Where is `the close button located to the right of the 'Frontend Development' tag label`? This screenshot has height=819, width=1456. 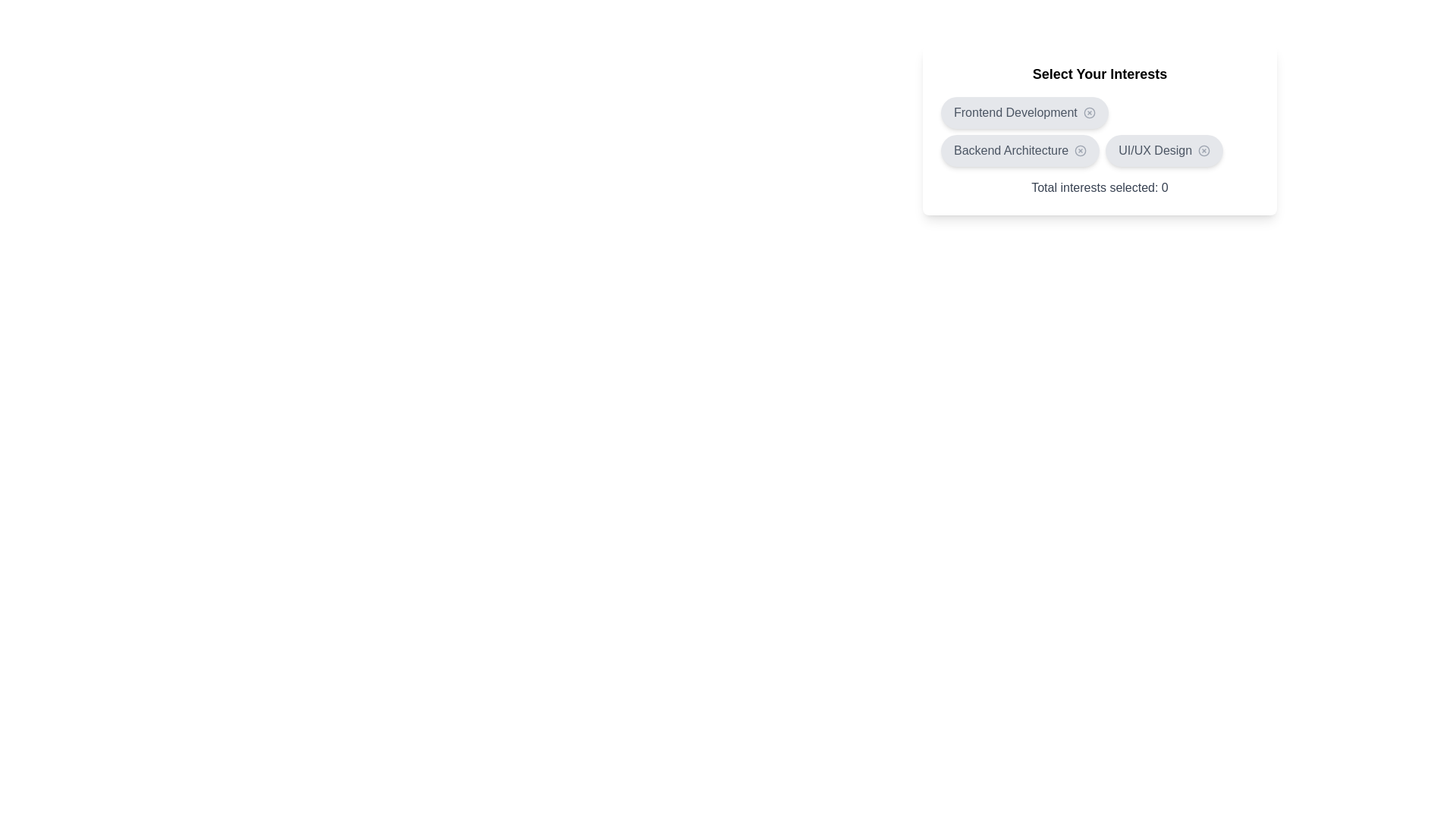 the close button located to the right of the 'Frontend Development' tag label is located at coordinates (1088, 112).